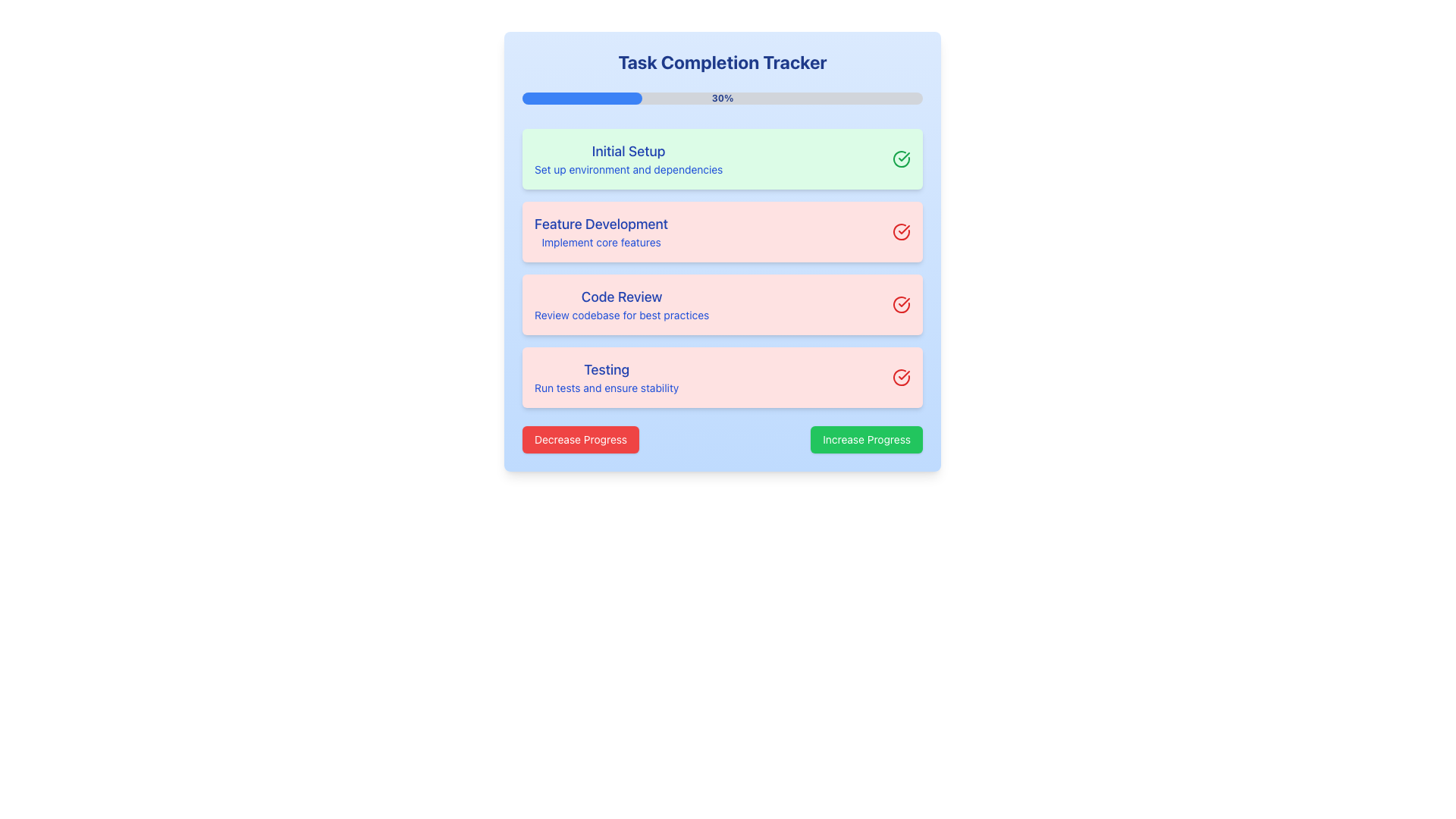  What do you see at coordinates (722, 99) in the screenshot?
I see `percentage value '30%' displayed at the center of the horizontal progress bar located in the 'Task Completion Tracker' card` at bounding box center [722, 99].